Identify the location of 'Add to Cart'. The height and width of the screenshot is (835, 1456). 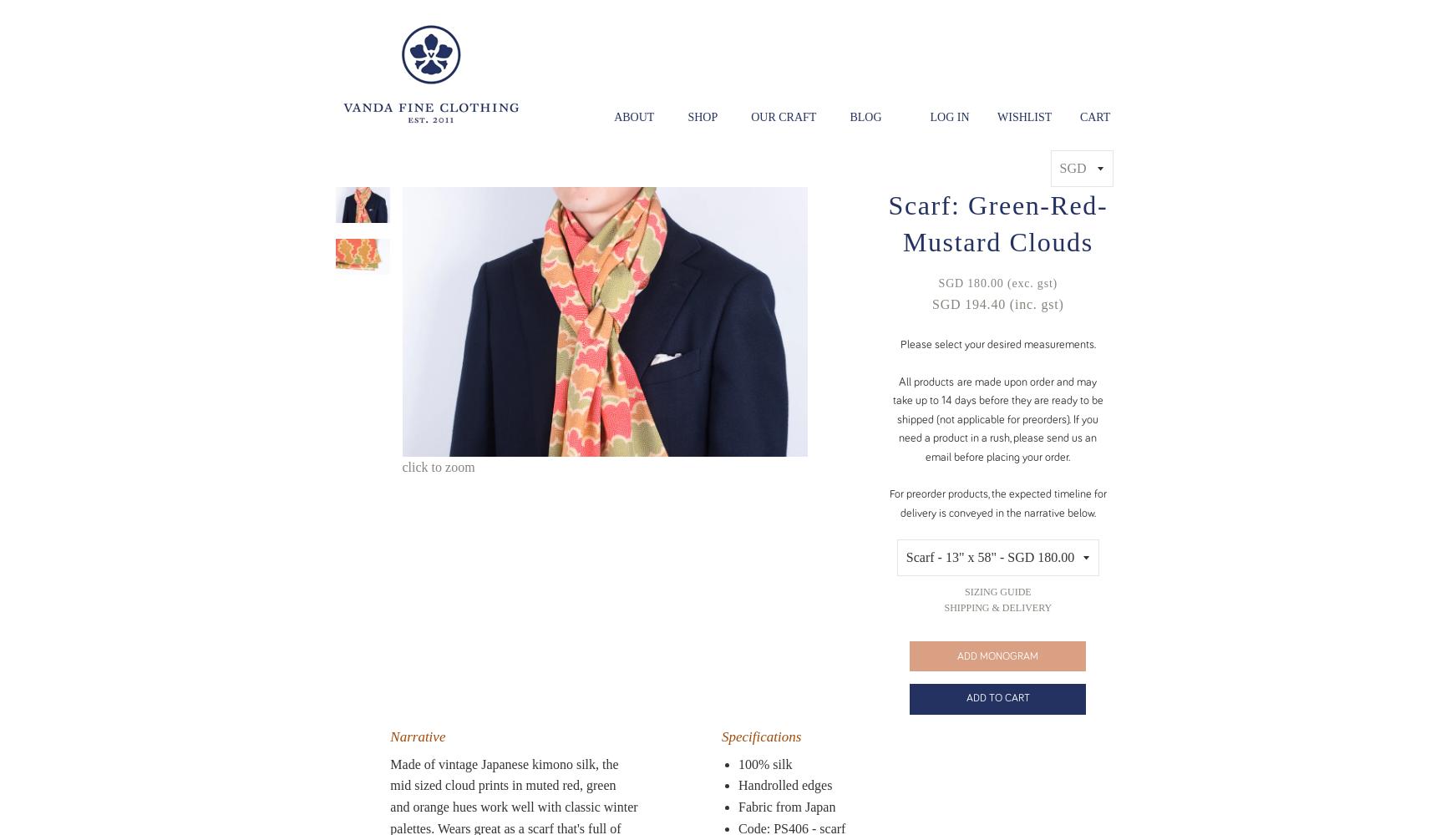
(997, 697).